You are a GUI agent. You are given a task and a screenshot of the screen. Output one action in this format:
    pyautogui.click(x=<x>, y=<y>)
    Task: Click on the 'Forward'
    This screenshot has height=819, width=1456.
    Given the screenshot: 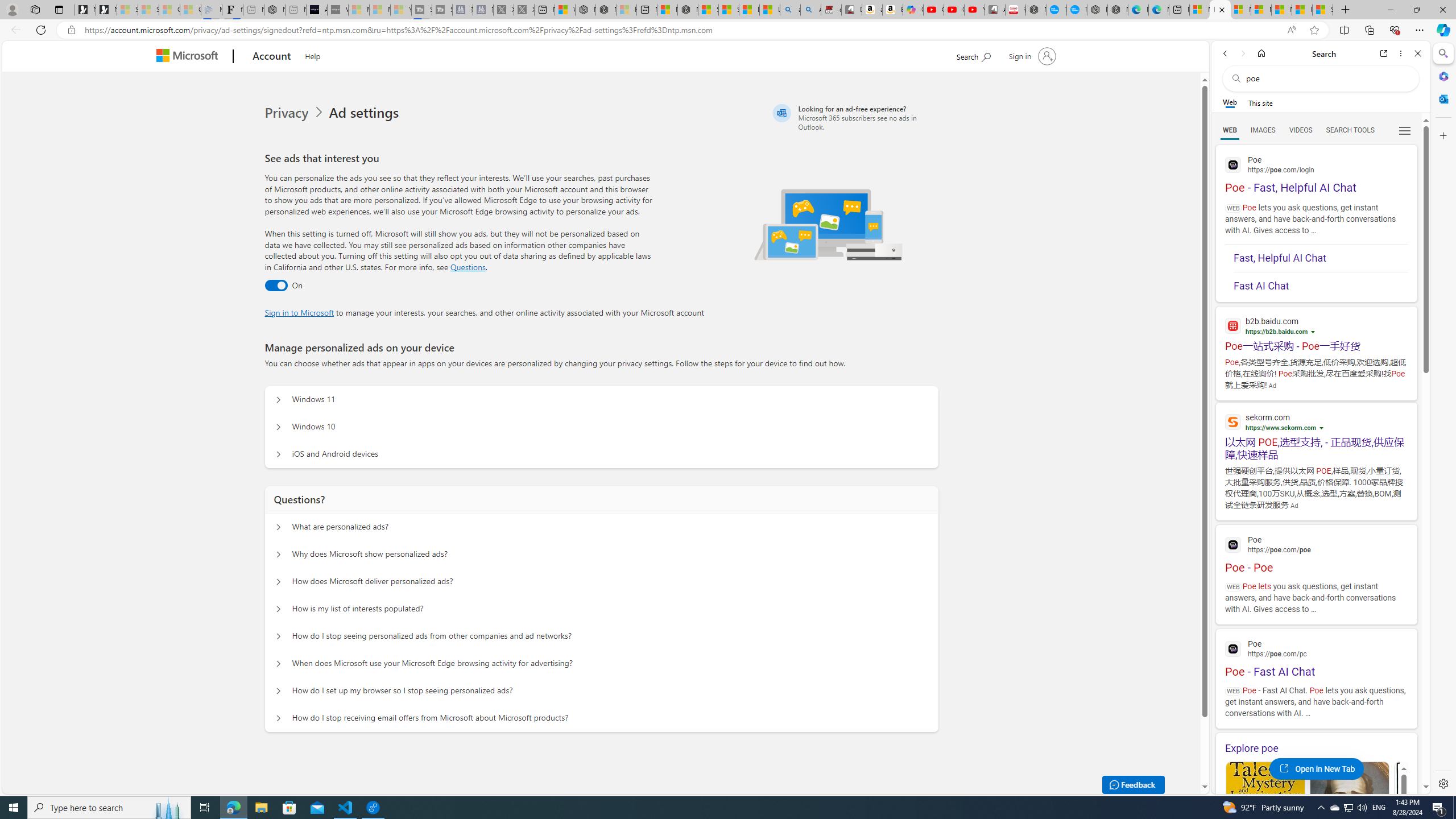 What is the action you would take?
    pyautogui.click(x=1242, y=53)
    